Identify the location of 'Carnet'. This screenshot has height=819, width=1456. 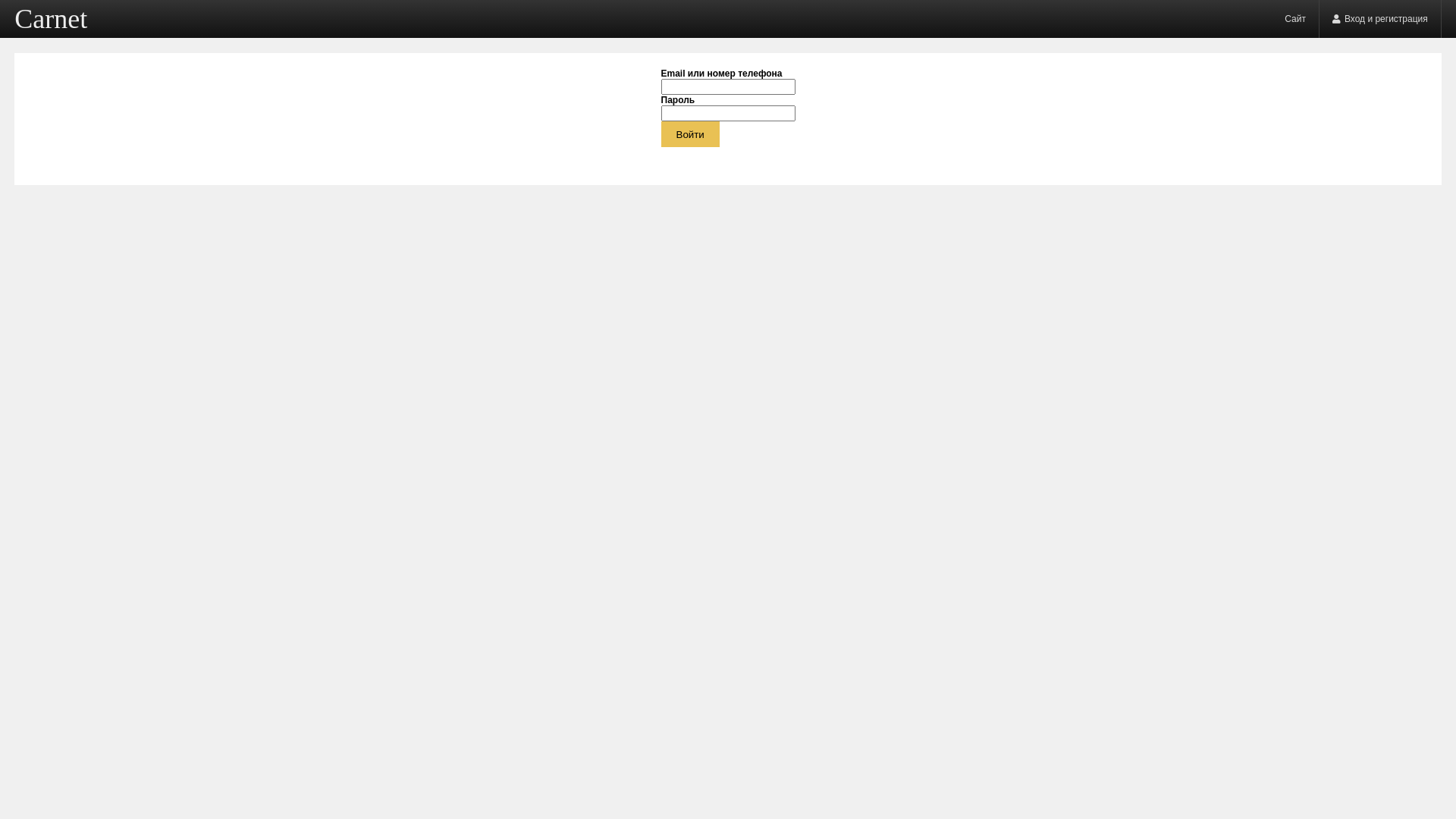
(51, 18).